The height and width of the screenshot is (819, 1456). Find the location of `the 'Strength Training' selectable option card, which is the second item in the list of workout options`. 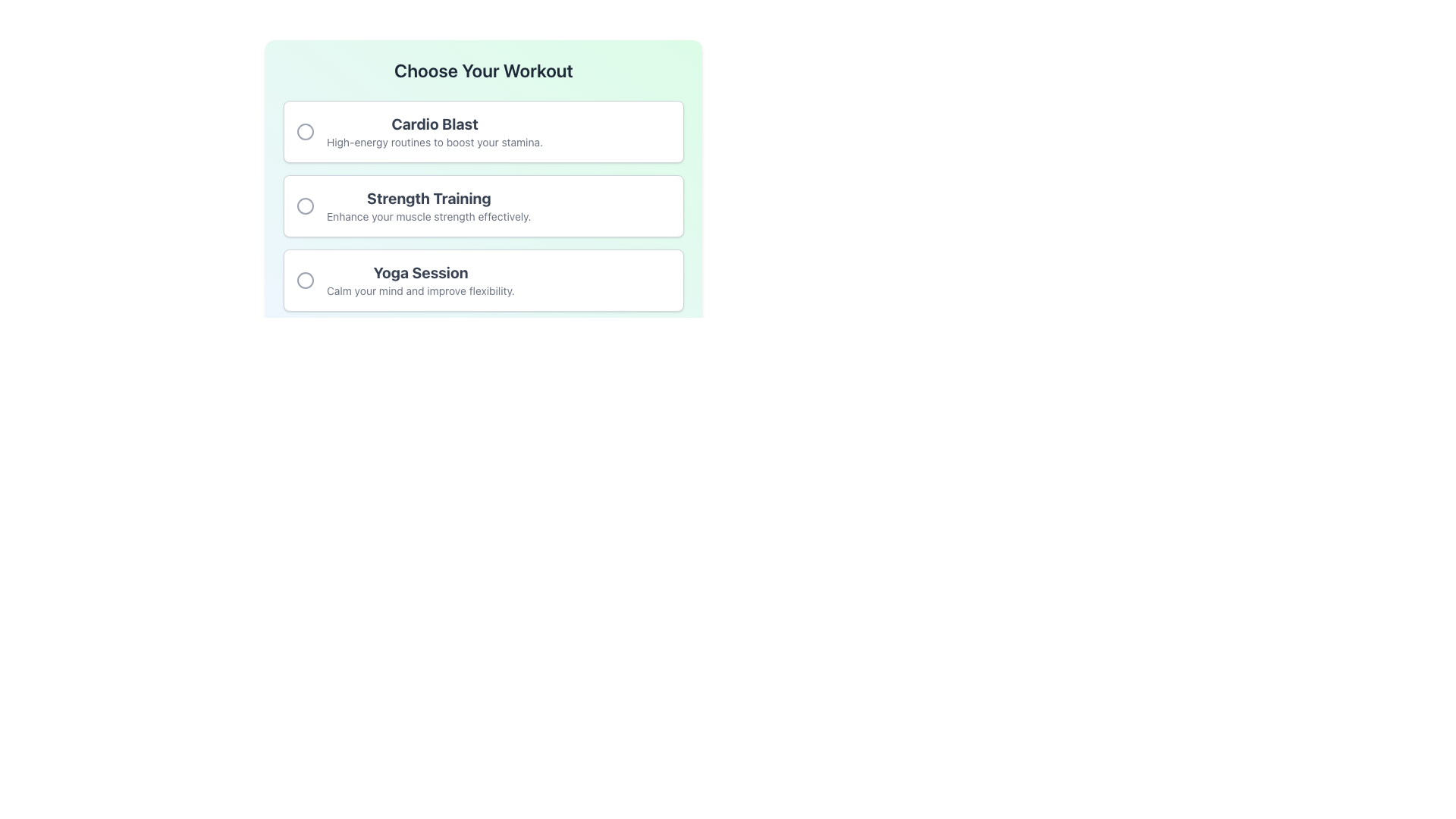

the 'Strength Training' selectable option card, which is the second item in the list of workout options is located at coordinates (483, 206).